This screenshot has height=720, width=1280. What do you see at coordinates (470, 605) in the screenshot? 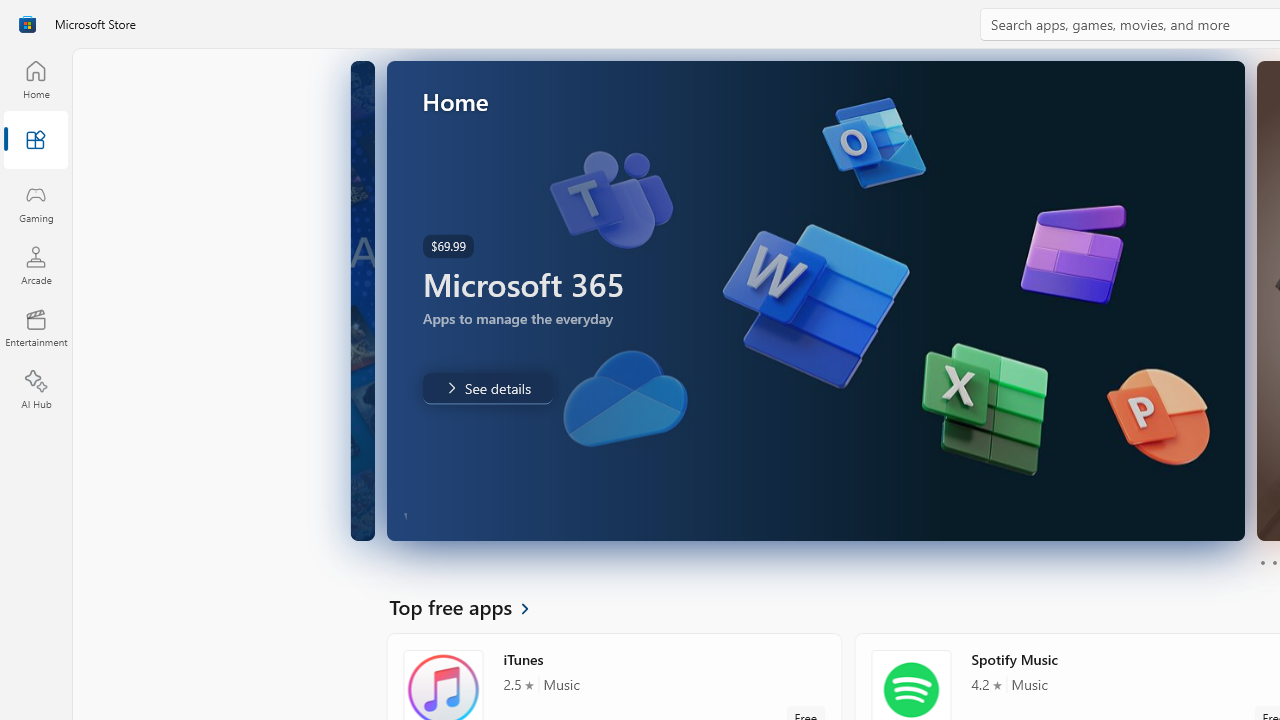
I see `'See all  Top free apps'` at bounding box center [470, 605].